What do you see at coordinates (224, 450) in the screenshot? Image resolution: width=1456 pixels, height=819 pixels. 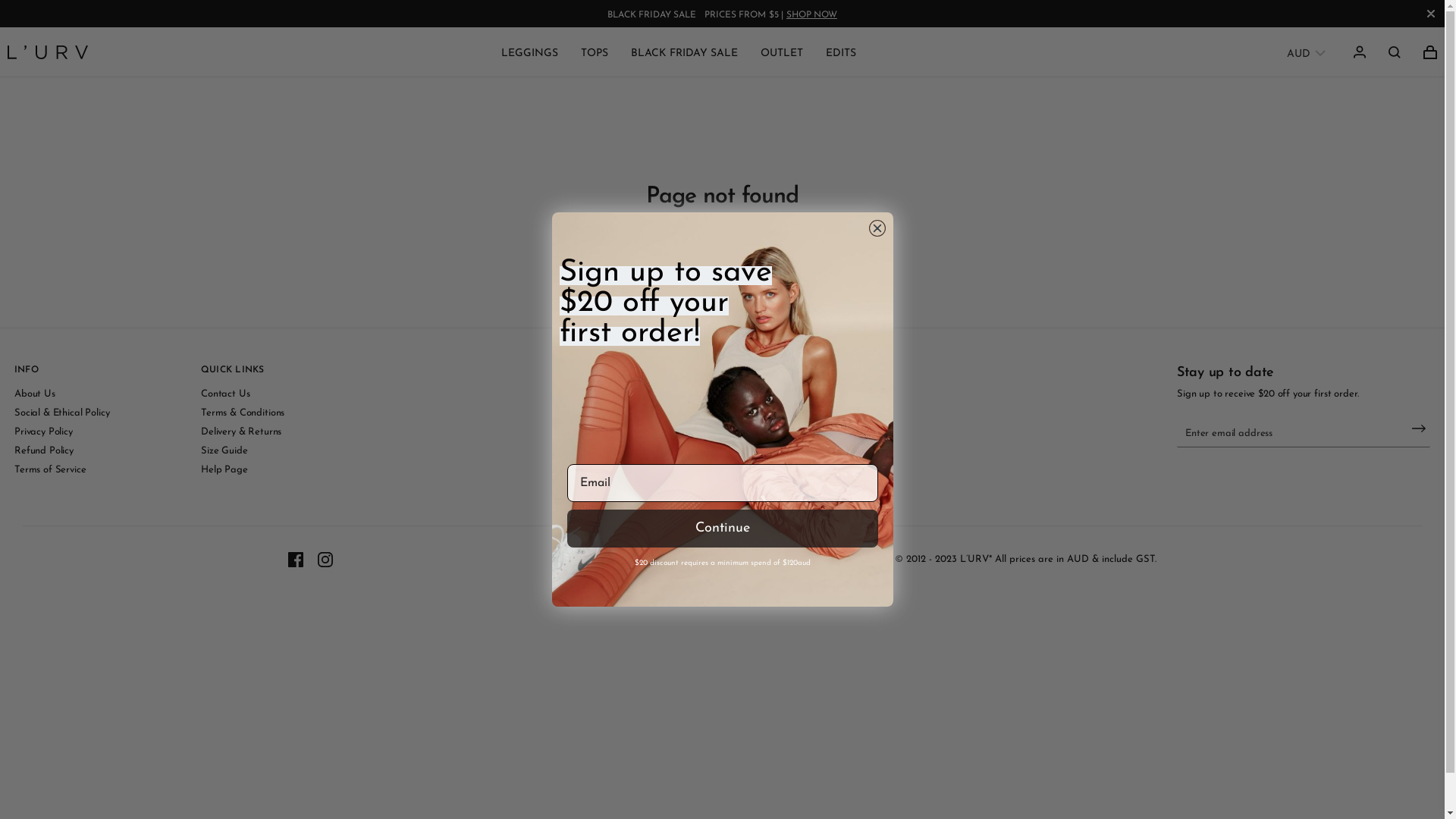 I see `'Size Guide'` at bounding box center [224, 450].